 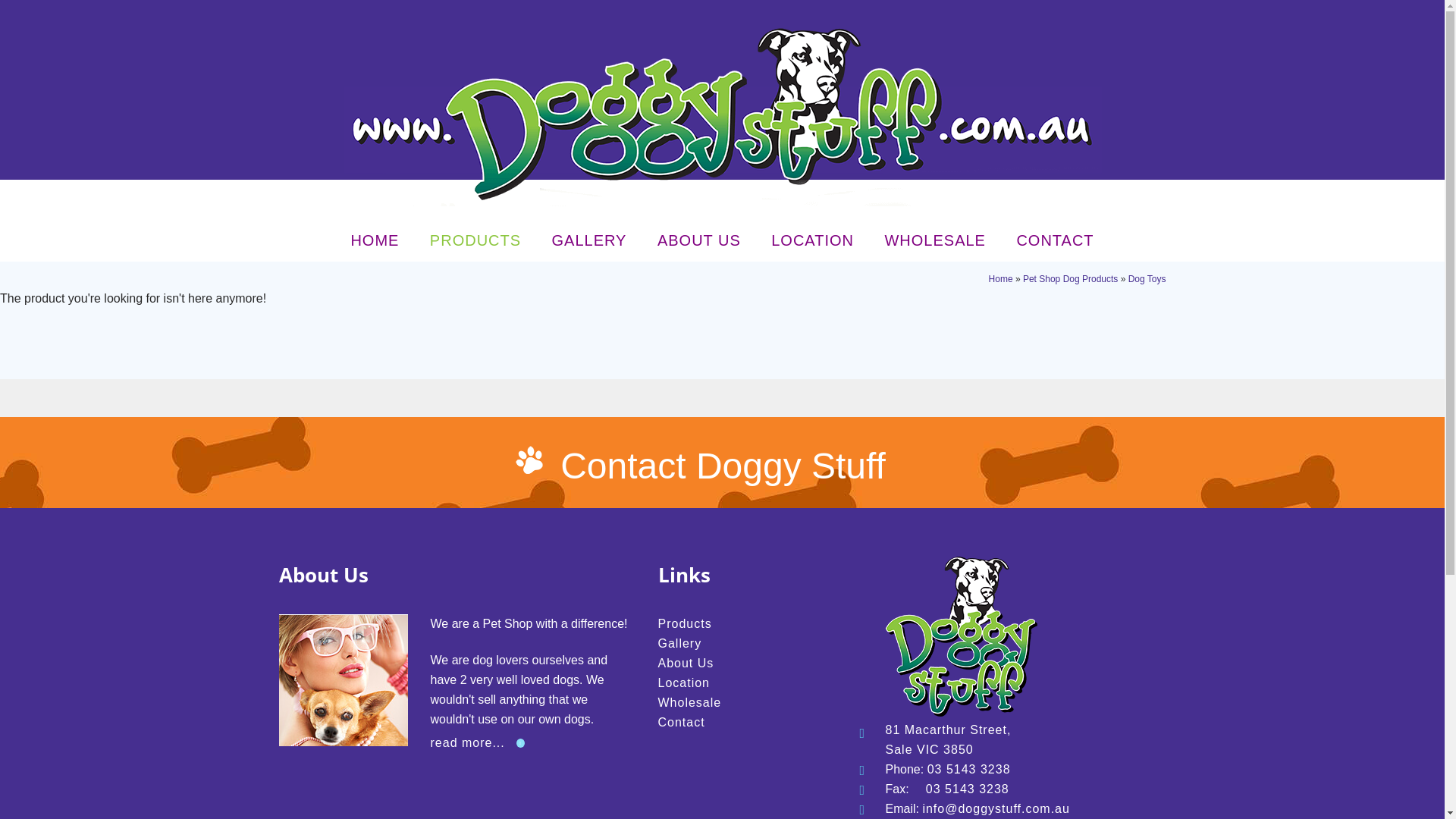 I want to click on 'read more...', so click(x=429, y=740).